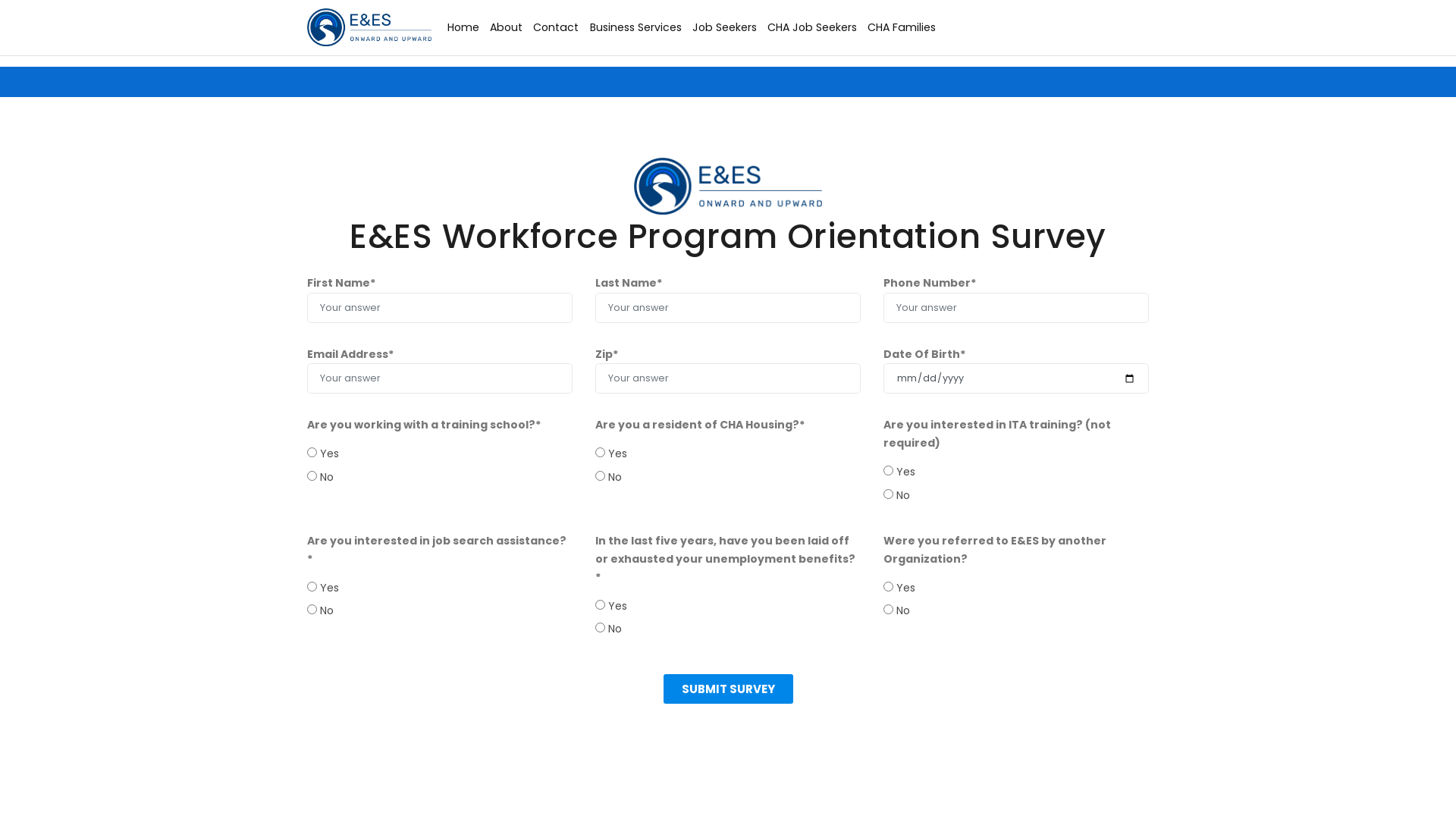 This screenshot has width=1456, height=819. I want to click on 'Contact', so click(555, 27).